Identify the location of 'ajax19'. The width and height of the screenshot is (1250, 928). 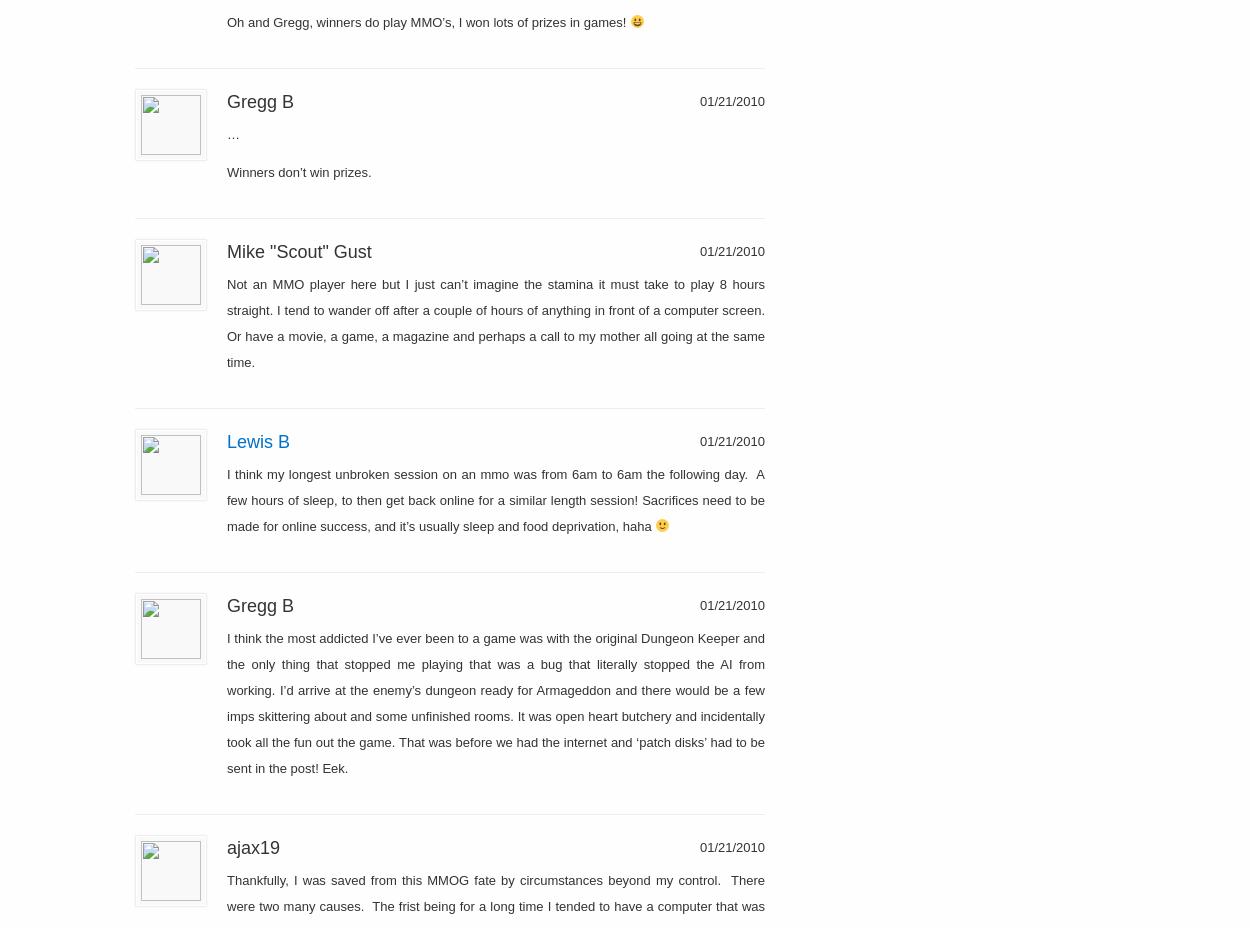
(253, 846).